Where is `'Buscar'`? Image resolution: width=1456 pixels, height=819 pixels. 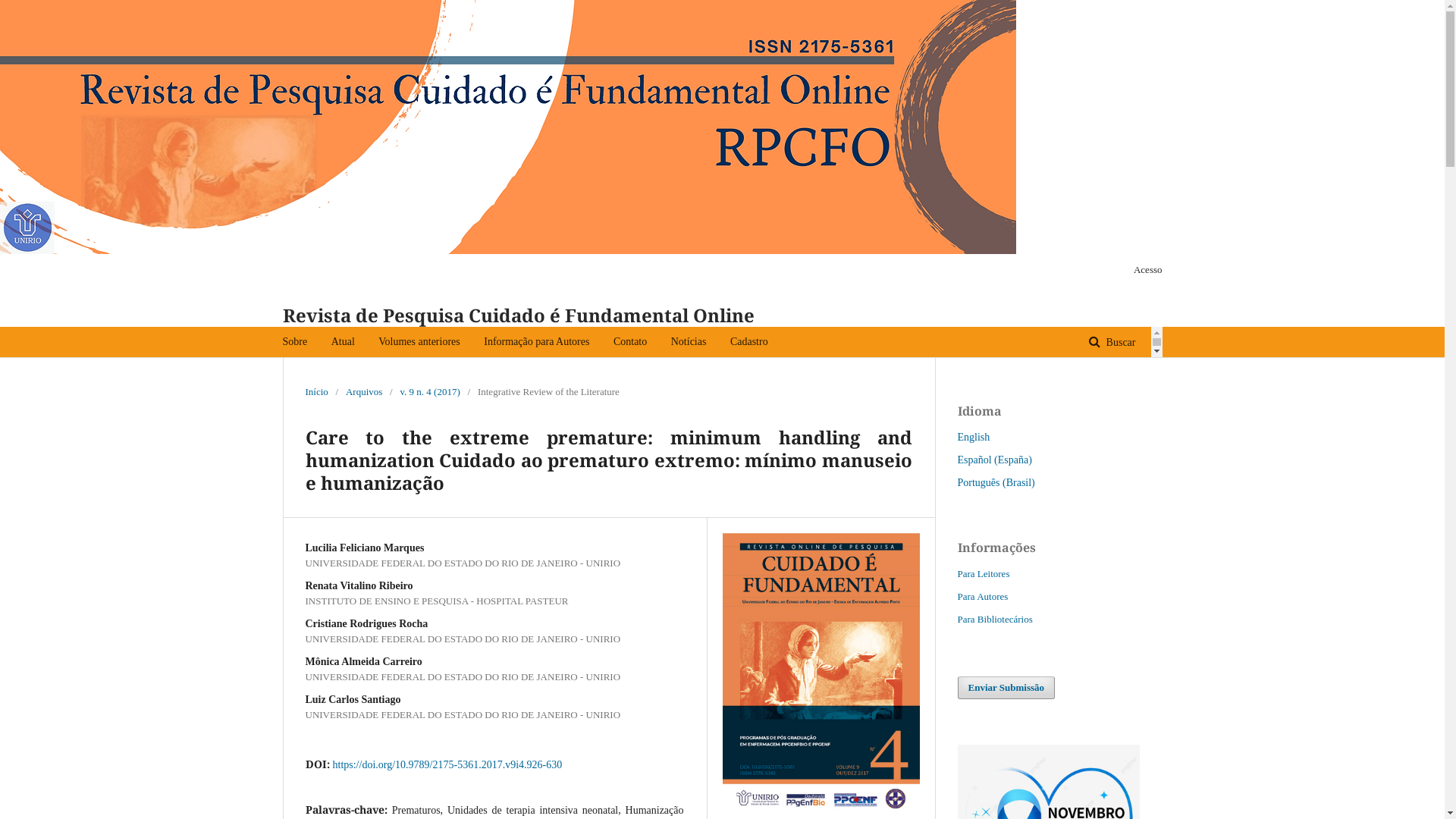 'Buscar' is located at coordinates (1112, 342).